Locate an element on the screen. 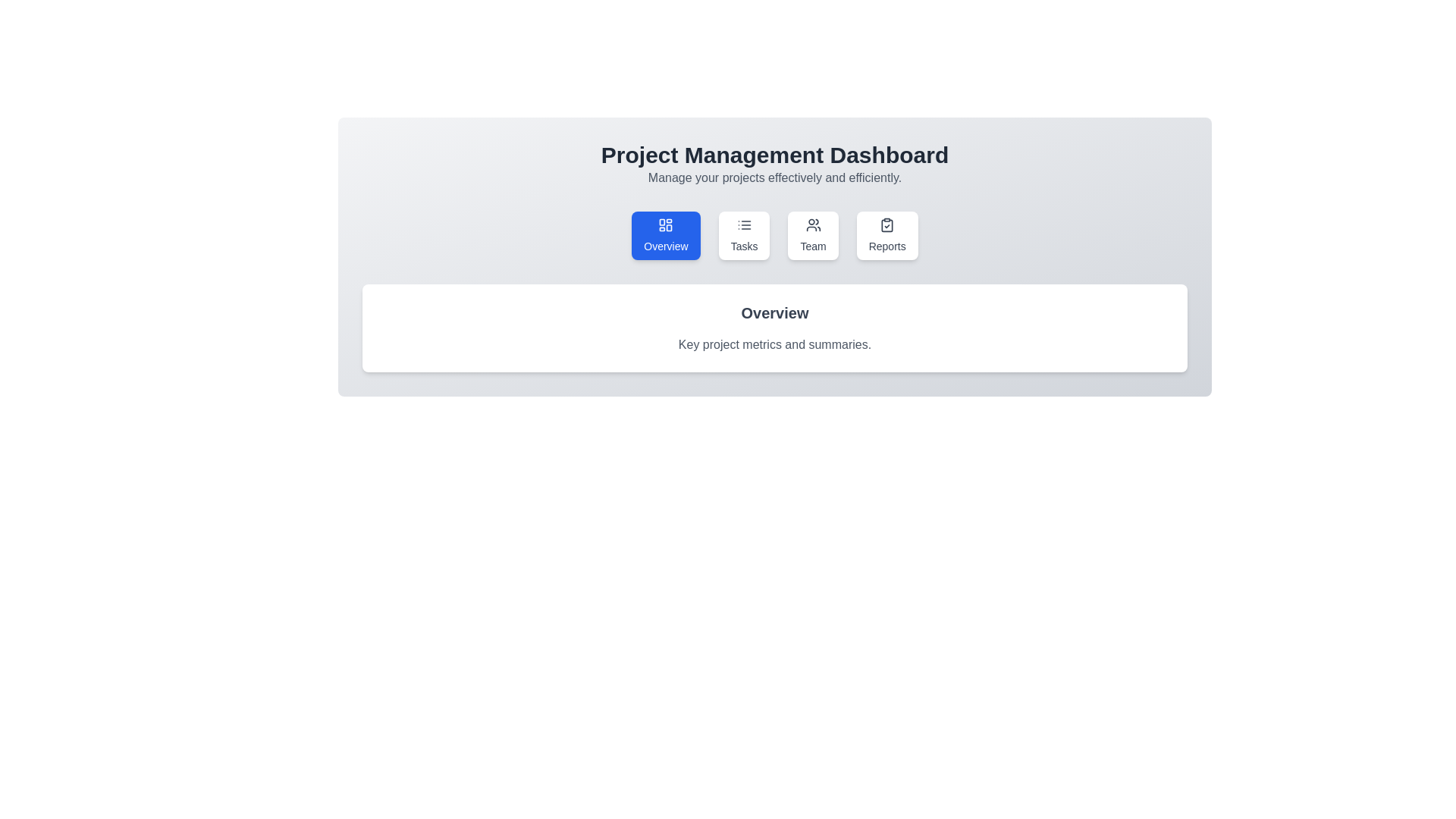  the tab labeled Overview to observe its hover effect is located at coordinates (666, 236).